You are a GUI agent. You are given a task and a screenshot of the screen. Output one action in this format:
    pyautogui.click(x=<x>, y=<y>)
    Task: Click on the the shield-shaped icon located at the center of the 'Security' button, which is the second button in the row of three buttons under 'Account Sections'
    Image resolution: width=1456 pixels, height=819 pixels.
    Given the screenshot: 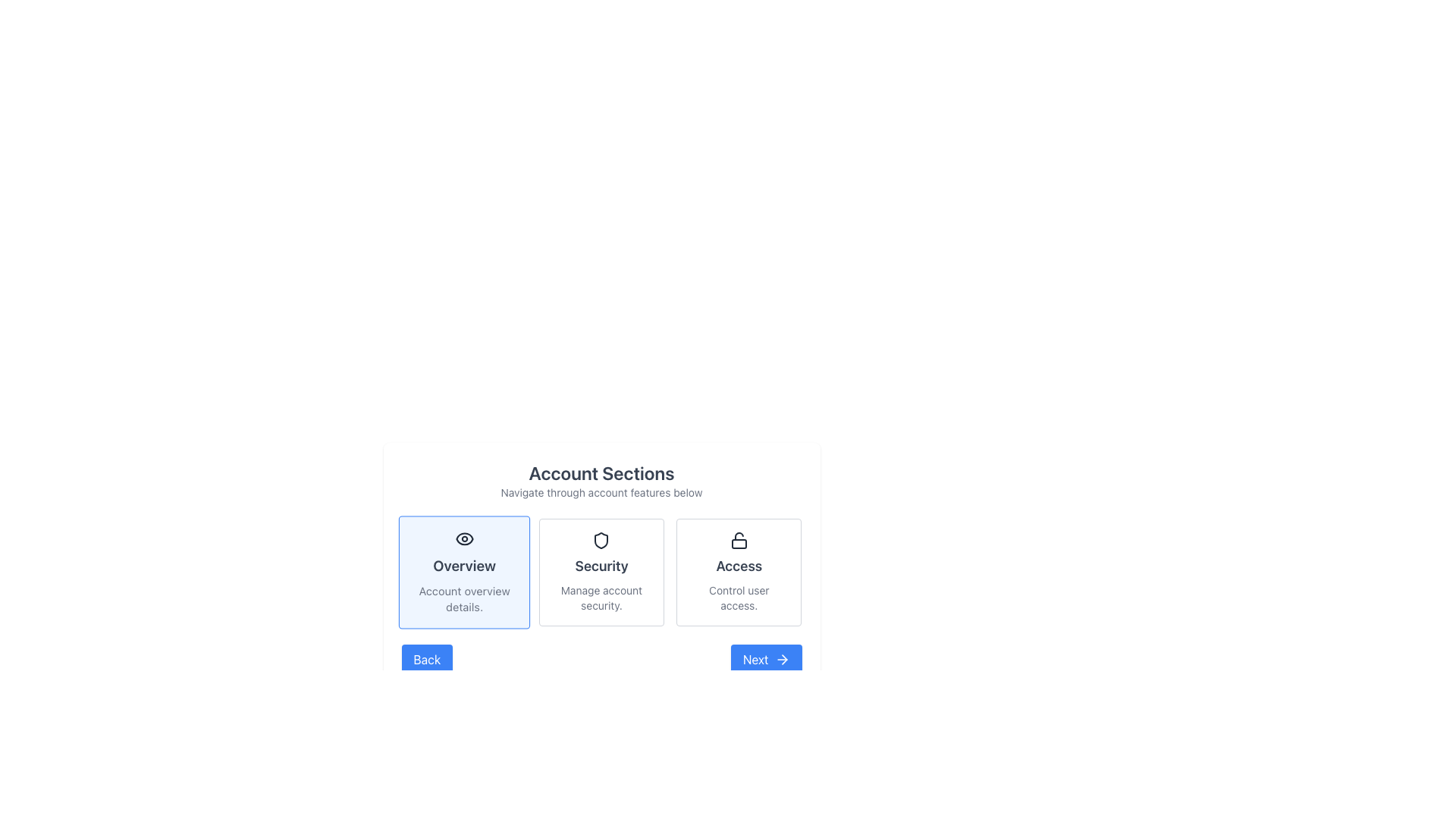 What is the action you would take?
    pyautogui.click(x=601, y=540)
    